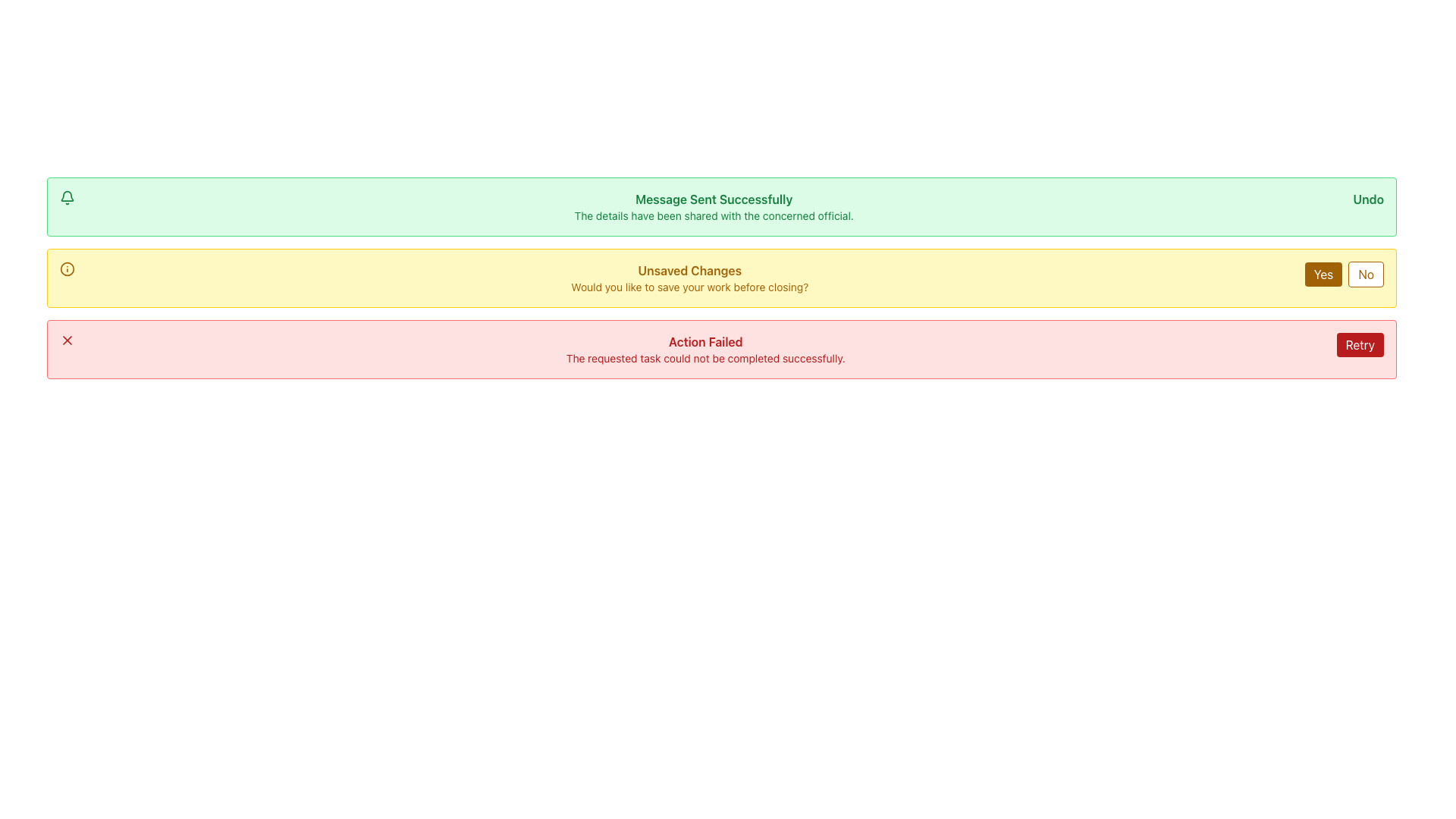 The width and height of the screenshot is (1456, 819). Describe the element at coordinates (689, 278) in the screenshot. I see `the warning notification text in the yellow panel that prompts the user about unsaved changes, located above the 'Yes' and 'No' buttons` at that location.